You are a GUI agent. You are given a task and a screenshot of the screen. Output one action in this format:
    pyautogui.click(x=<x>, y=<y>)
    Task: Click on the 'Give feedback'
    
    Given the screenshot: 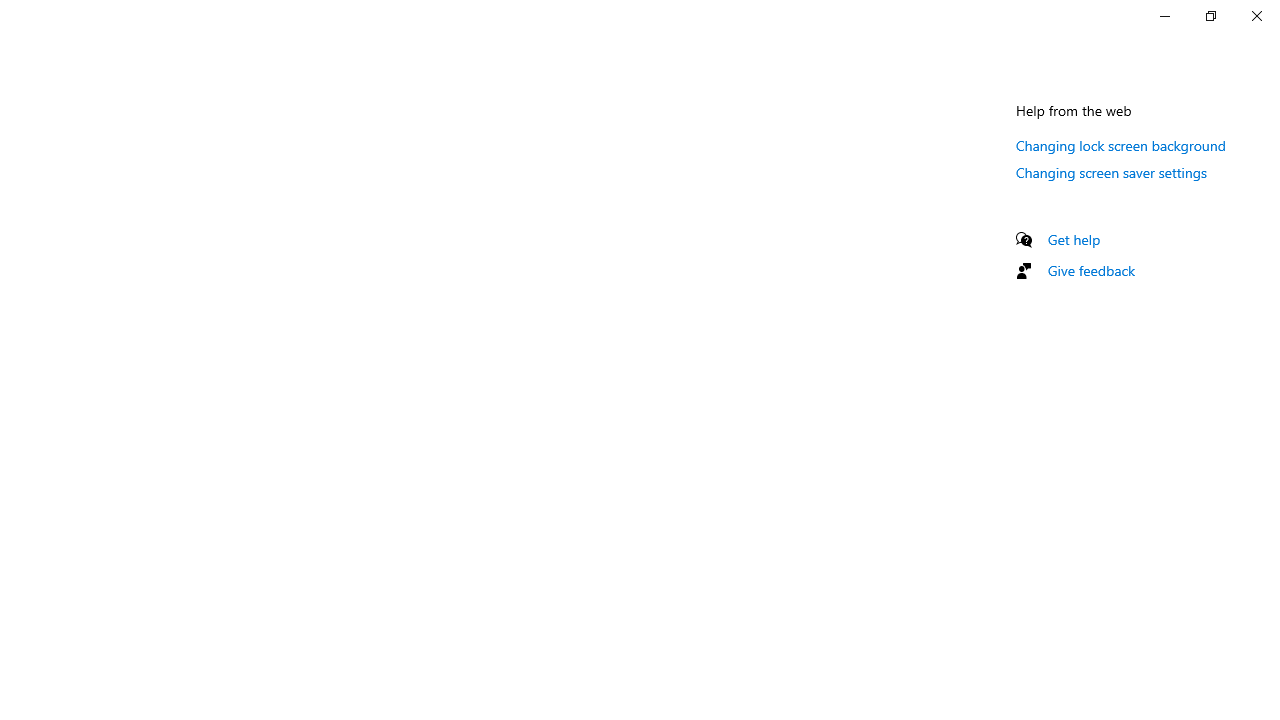 What is the action you would take?
    pyautogui.click(x=1090, y=270)
    